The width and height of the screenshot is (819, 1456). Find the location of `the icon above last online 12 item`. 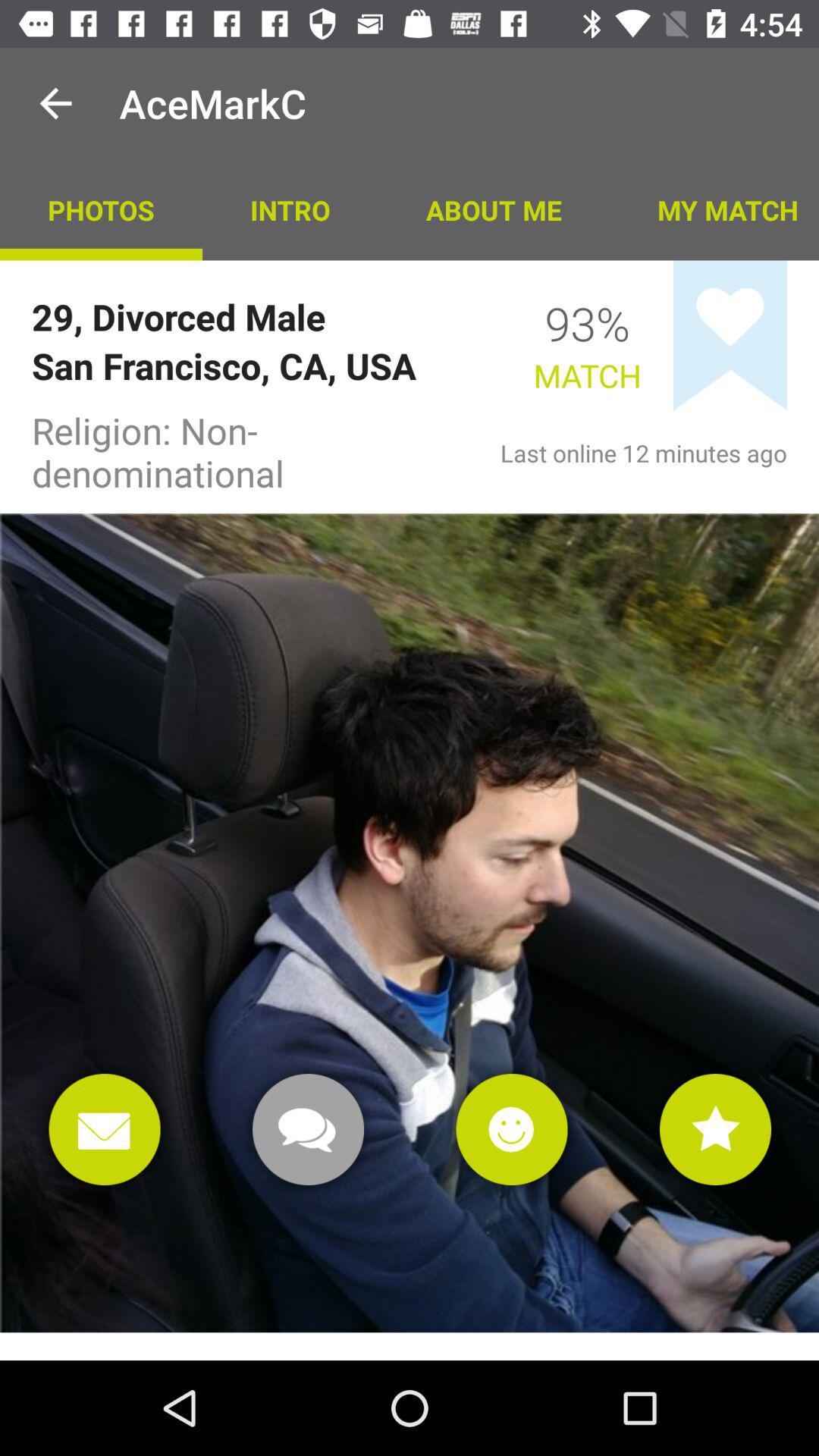

the icon above last online 12 item is located at coordinates (730, 334).